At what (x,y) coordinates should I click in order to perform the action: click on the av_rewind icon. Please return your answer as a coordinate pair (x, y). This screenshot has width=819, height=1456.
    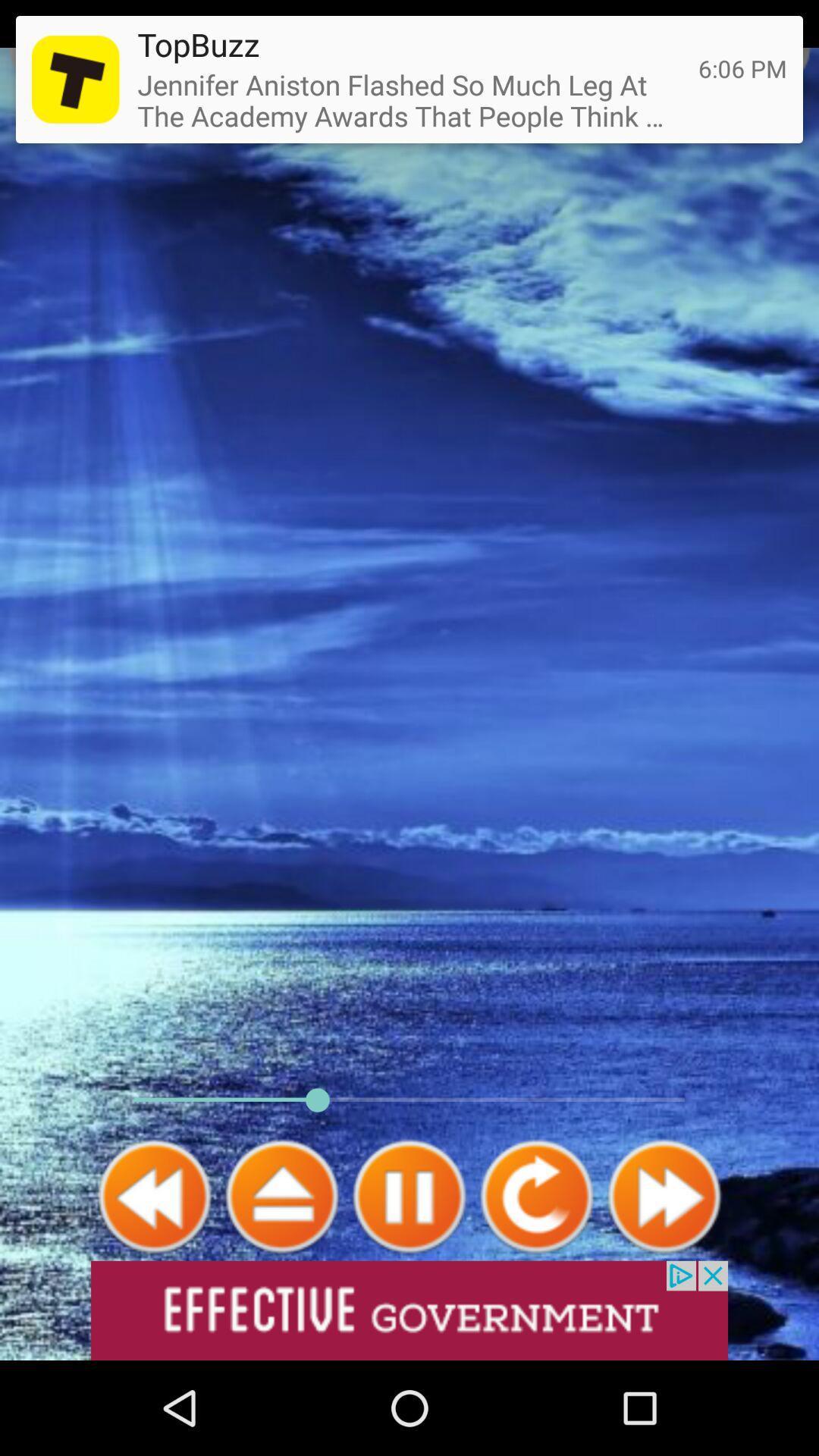
    Looking at the image, I should click on (155, 1280).